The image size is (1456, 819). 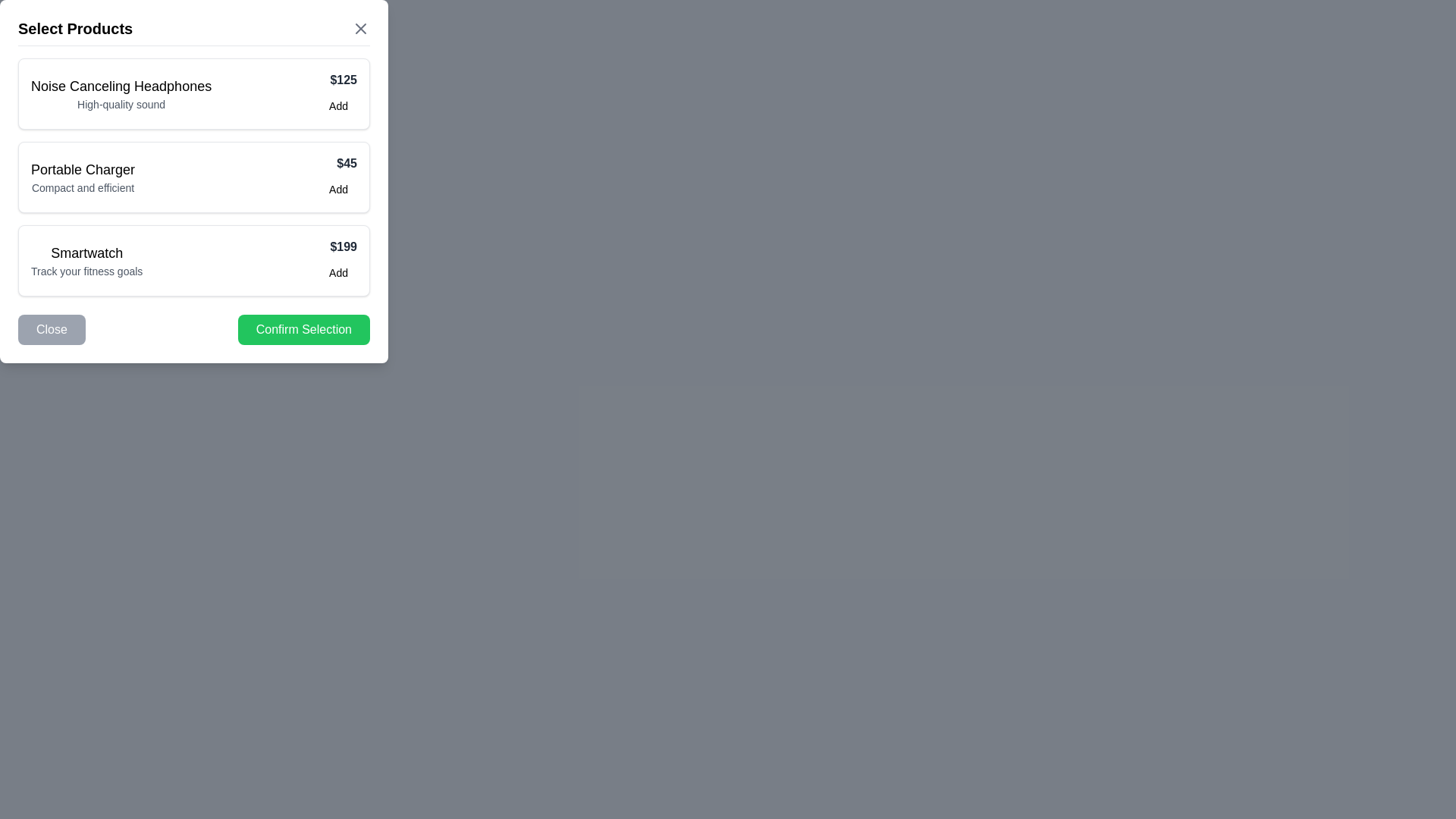 I want to click on the product title label for 'Smartwatch' located at the top of the list item, aligned to the left above the descriptive text, so click(x=86, y=253).